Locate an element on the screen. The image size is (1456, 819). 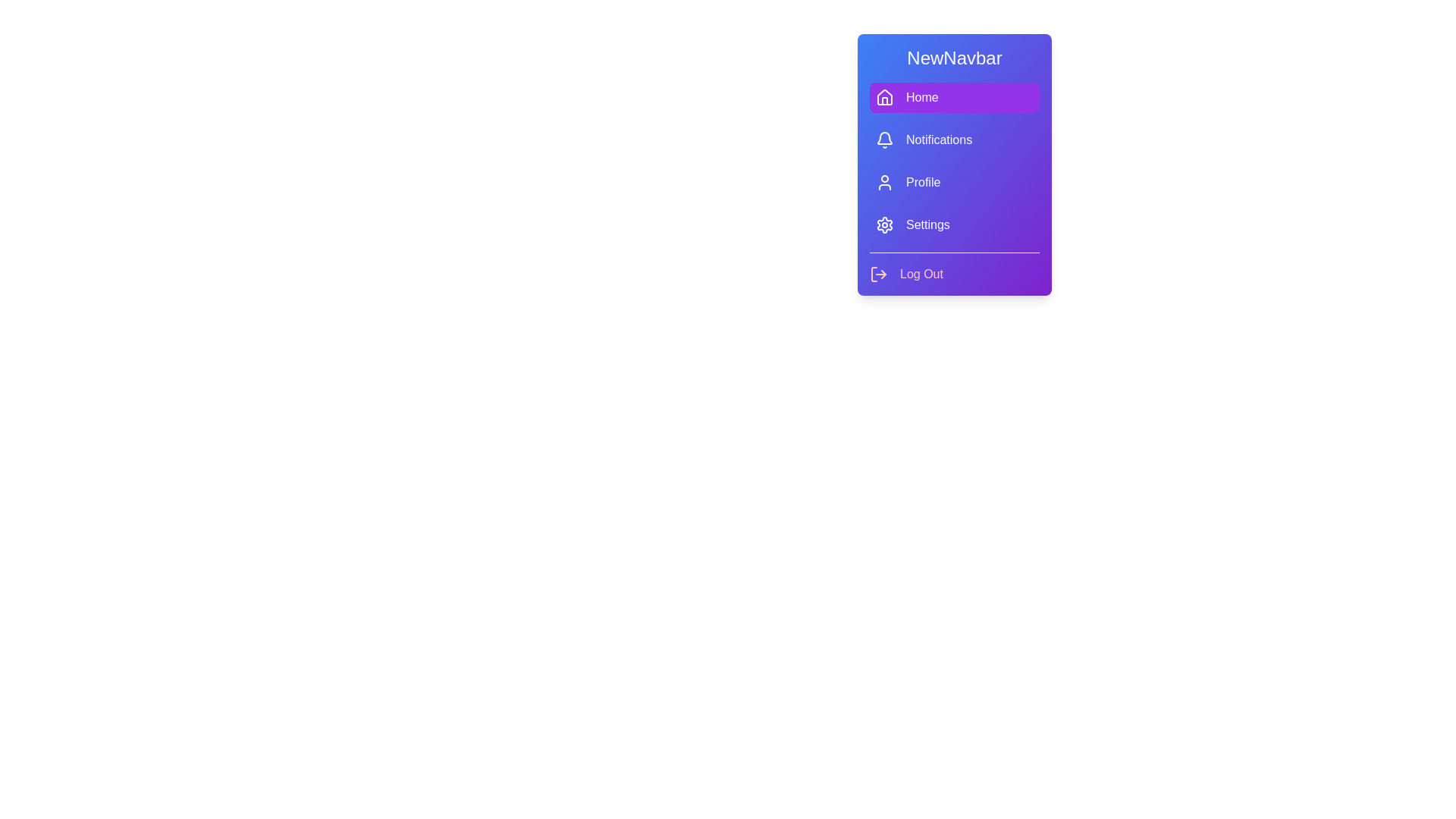
the 'Log Out' icon is located at coordinates (878, 275).